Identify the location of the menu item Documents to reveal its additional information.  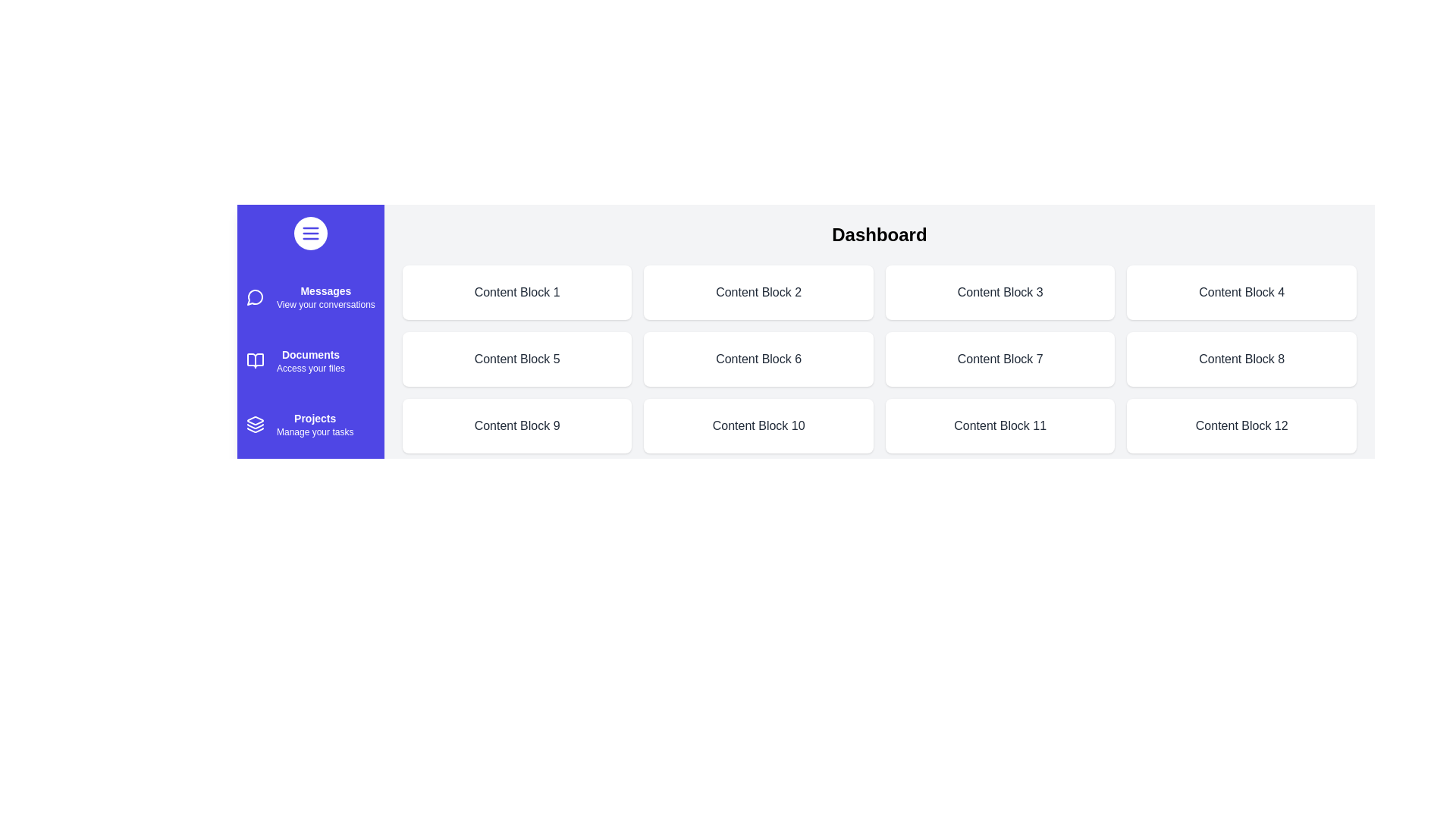
(255, 360).